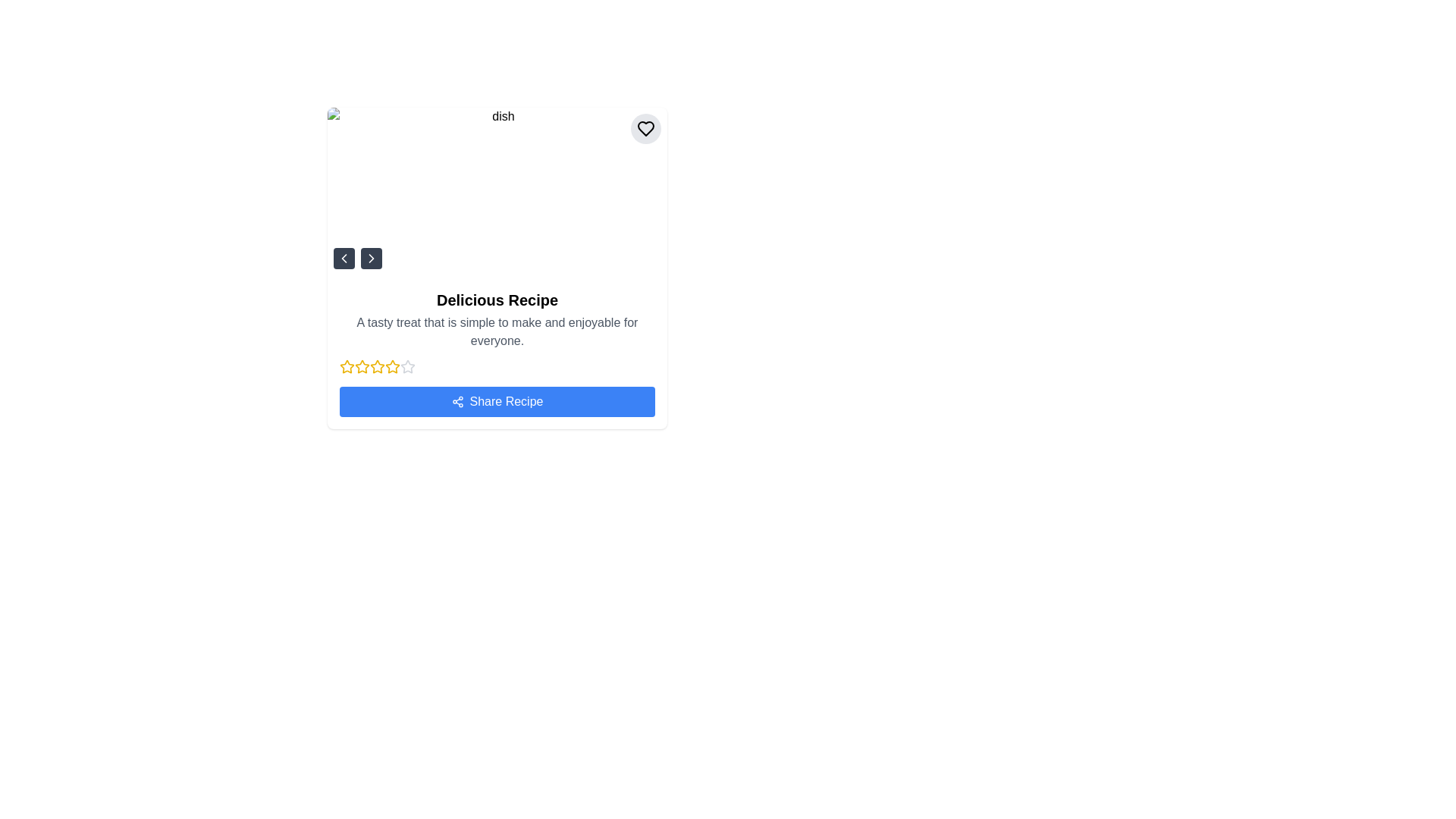 This screenshot has width=1456, height=819. What do you see at coordinates (346, 366) in the screenshot?
I see `the first star in the rating component below the 'Delicious Recipe' text to rate it` at bounding box center [346, 366].